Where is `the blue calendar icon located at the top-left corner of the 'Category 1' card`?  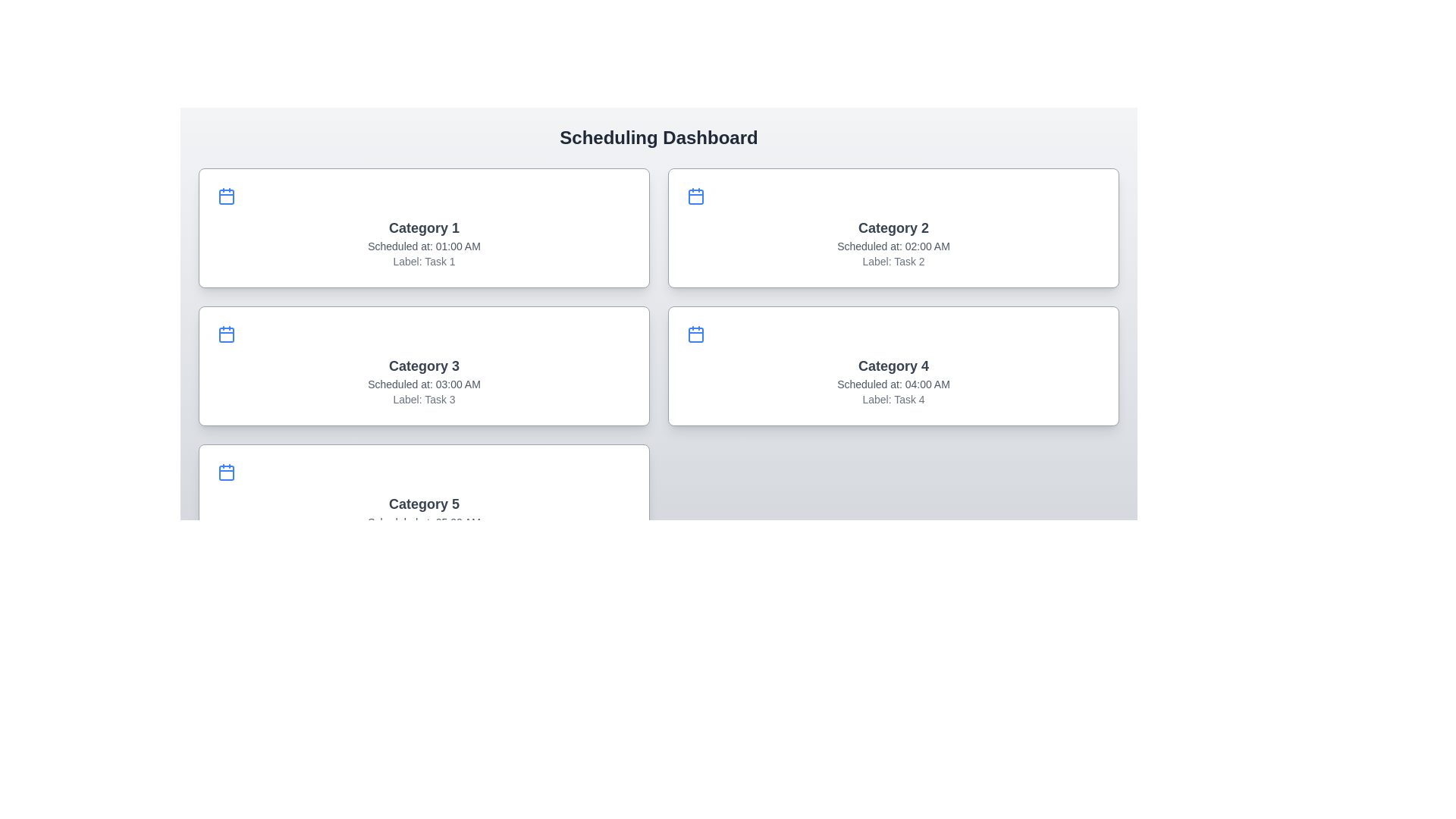
the blue calendar icon located at the top-left corner of the 'Category 1' card is located at coordinates (225, 195).